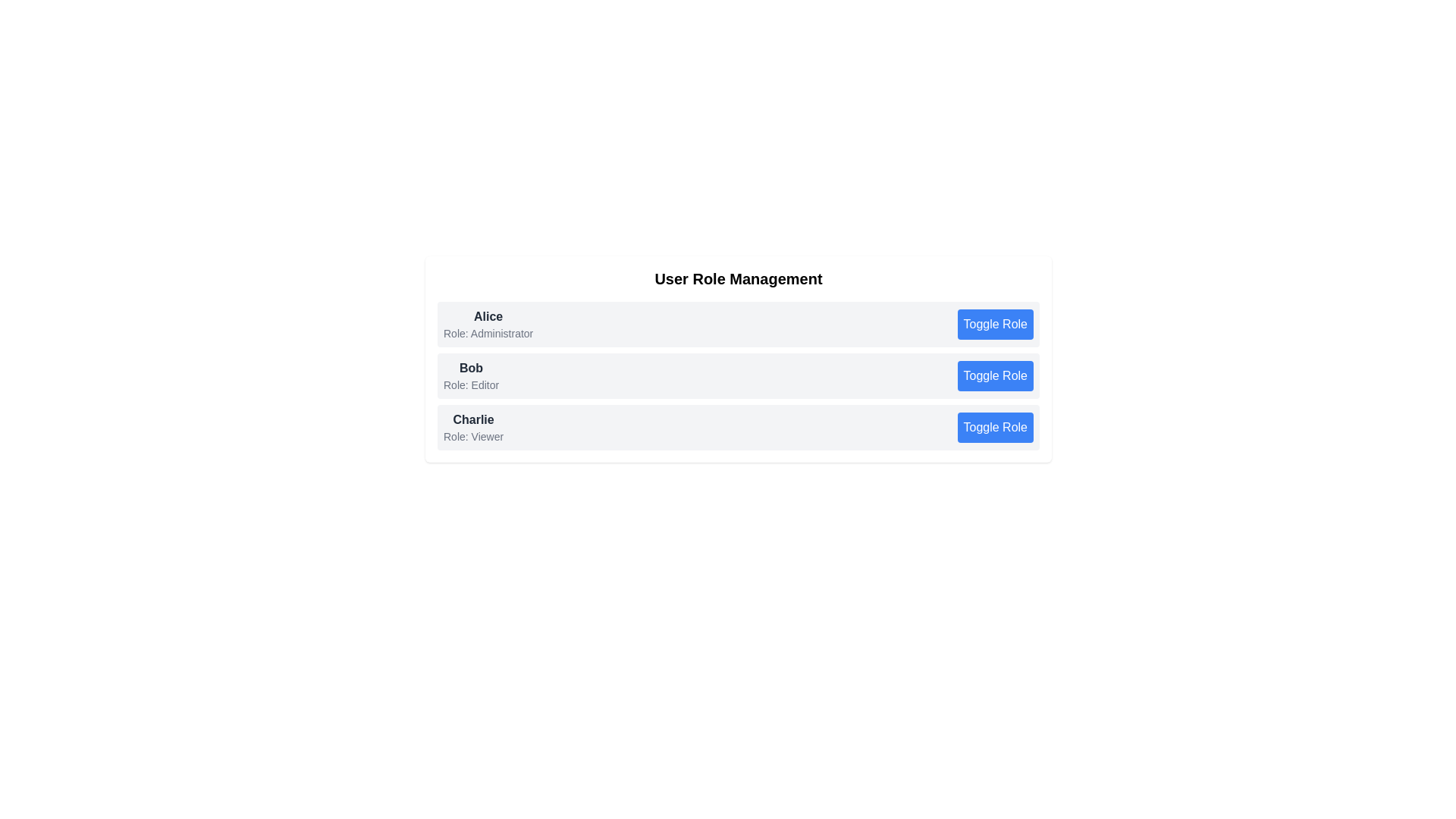 Image resolution: width=1456 pixels, height=819 pixels. Describe the element at coordinates (995, 375) in the screenshot. I see `the button that toggles the role of user 'Bob', currently displayed as 'Editor', using the keyboard for focus` at that location.